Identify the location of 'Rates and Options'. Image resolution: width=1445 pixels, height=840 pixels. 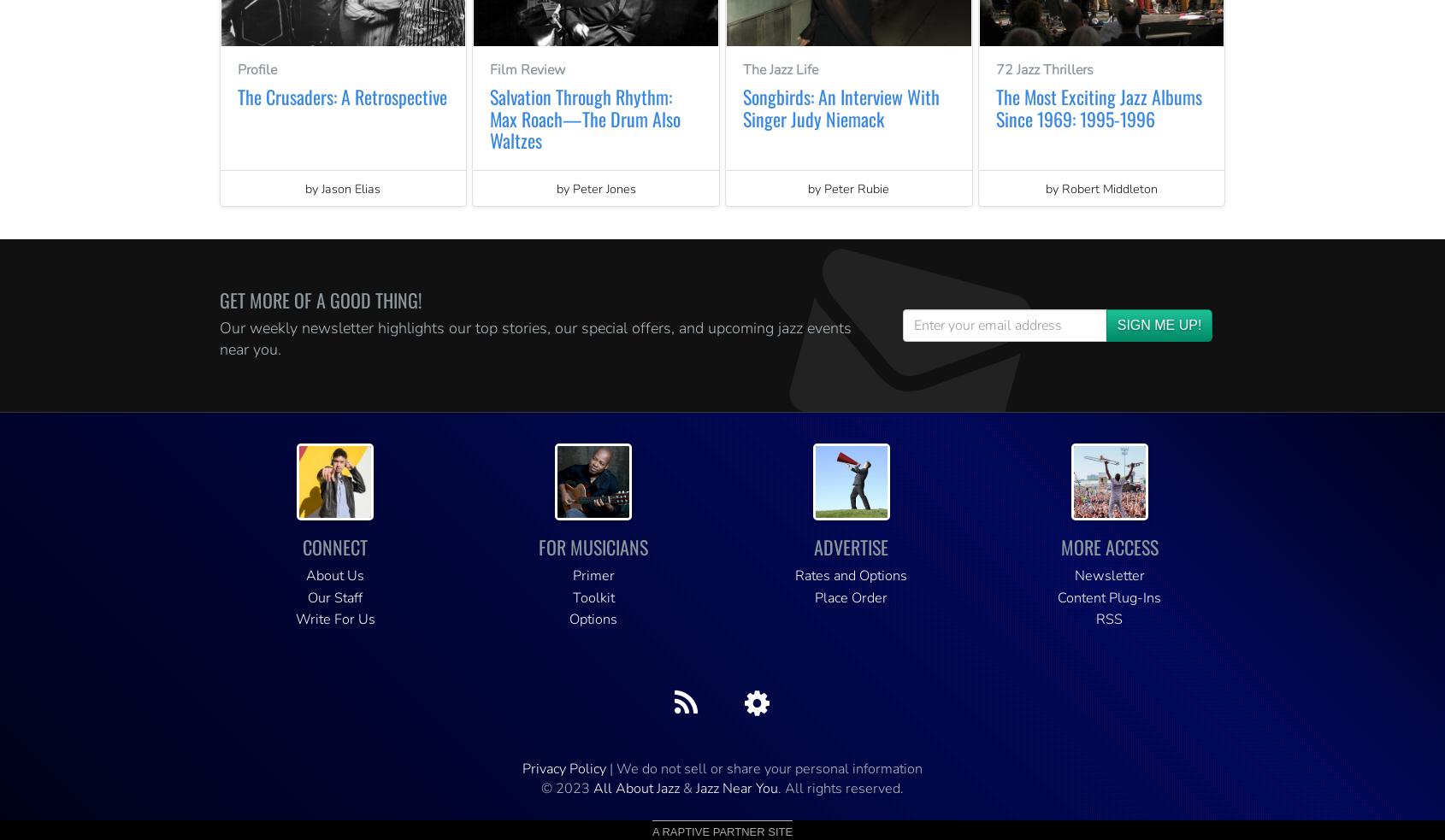
(851, 575).